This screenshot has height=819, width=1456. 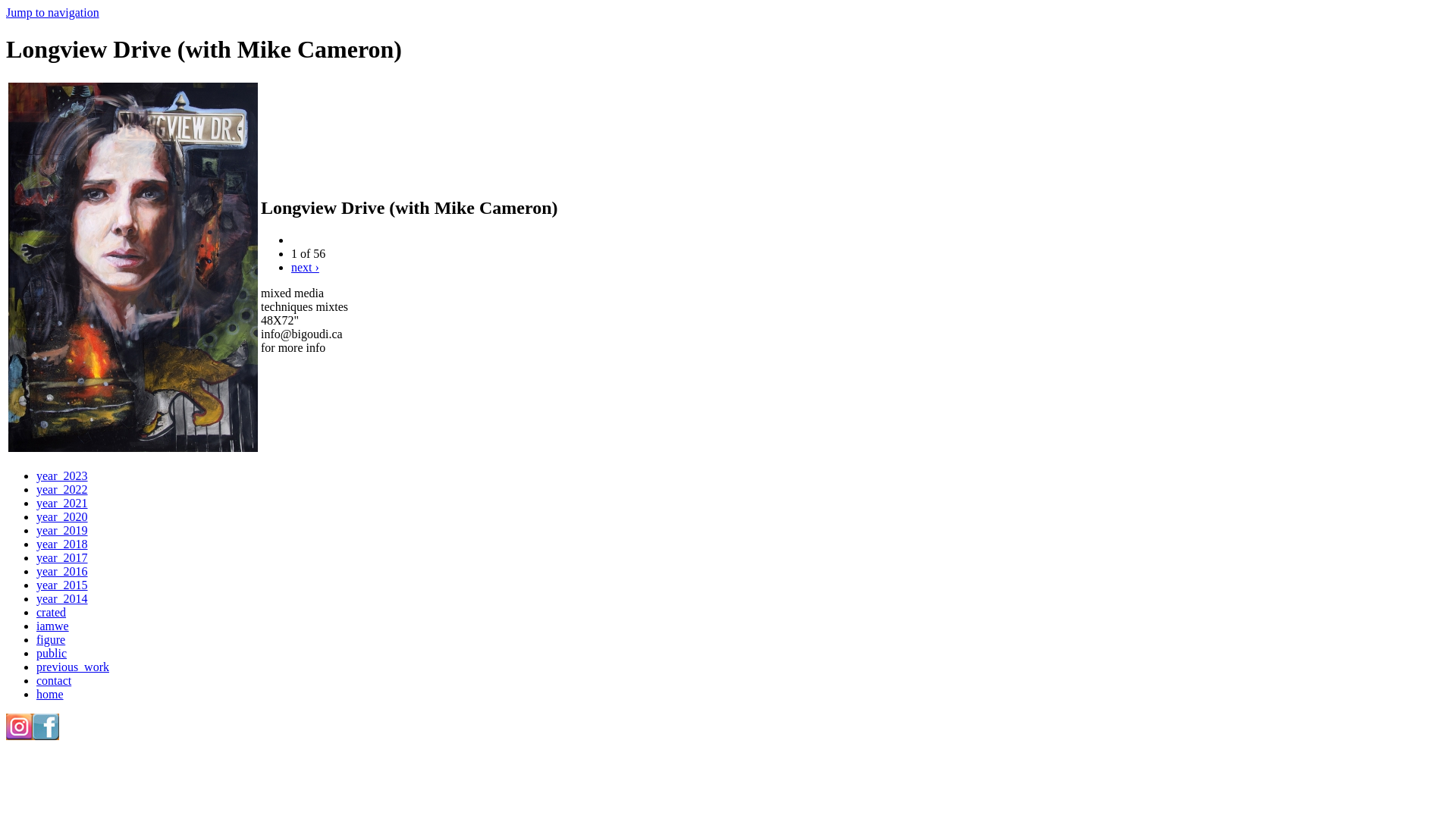 I want to click on 'year_2019', so click(x=61, y=529).